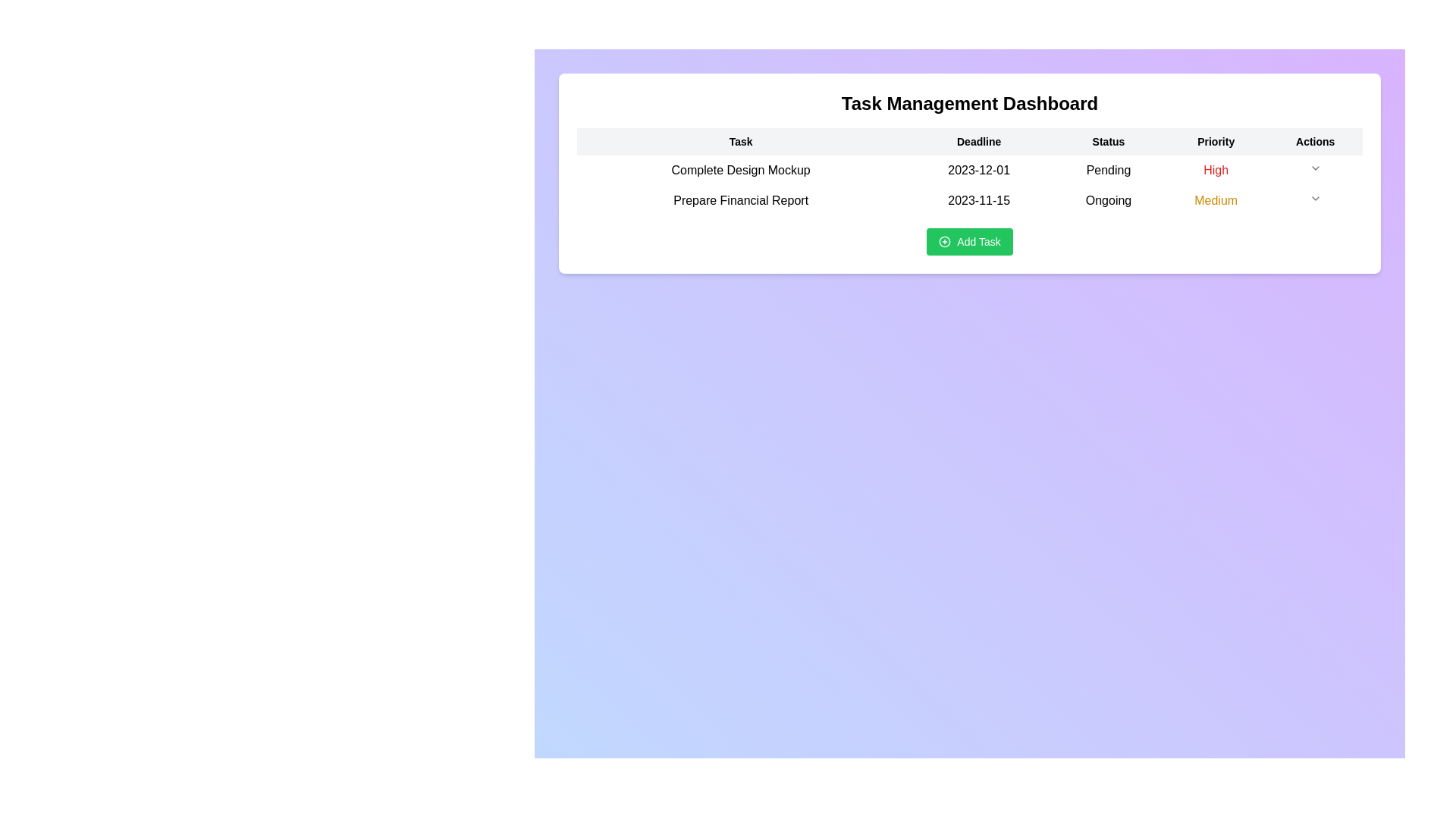  What do you see at coordinates (1314, 170) in the screenshot?
I see `the dropdown button in the 'Actions' column associated with the task 'Complete Design Mockup' to potentially reveal a tooltip or change its appearance` at bounding box center [1314, 170].